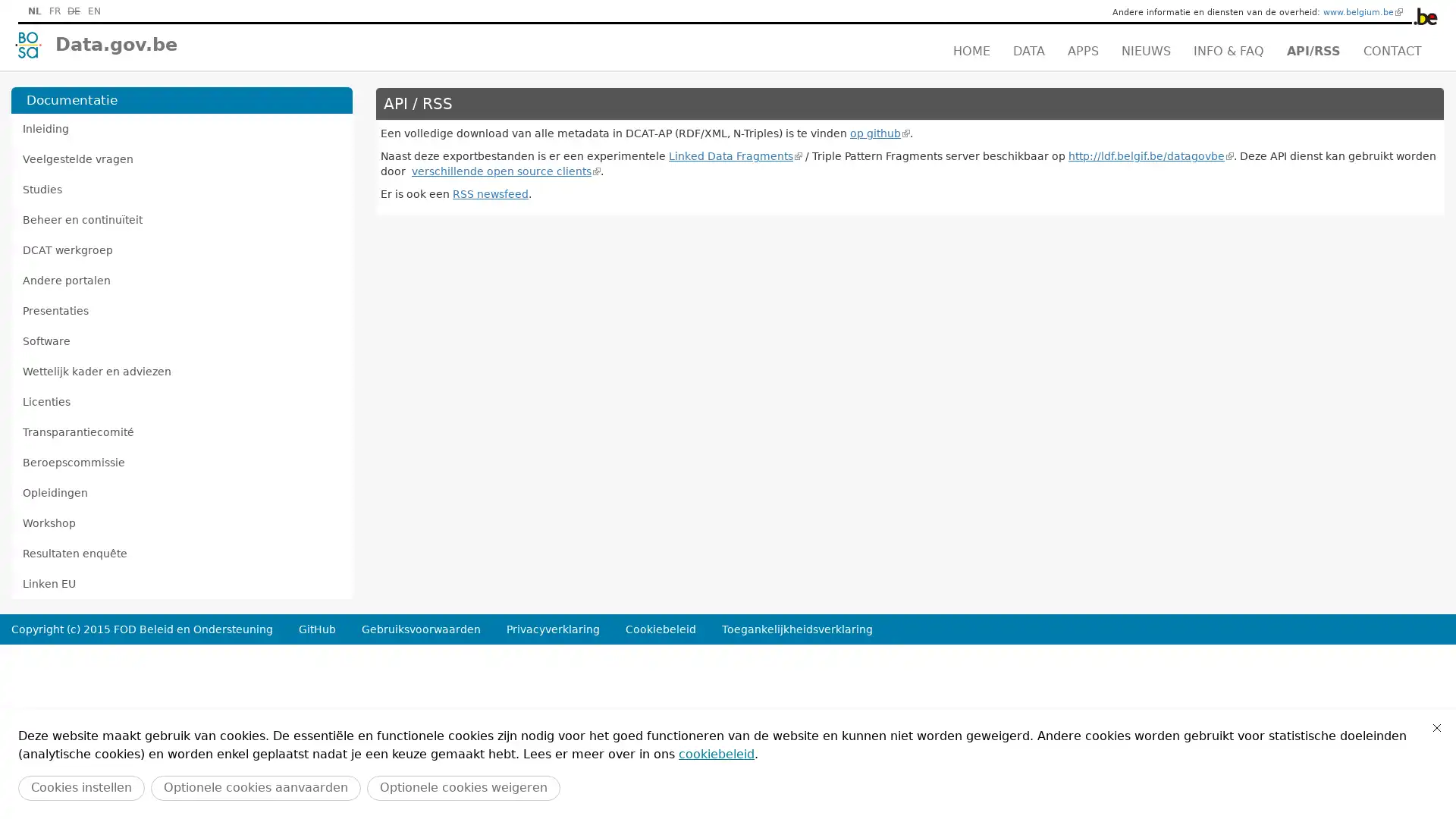 The height and width of the screenshot is (819, 1456). What do you see at coordinates (1436, 727) in the screenshot?
I see `Sluiten` at bounding box center [1436, 727].